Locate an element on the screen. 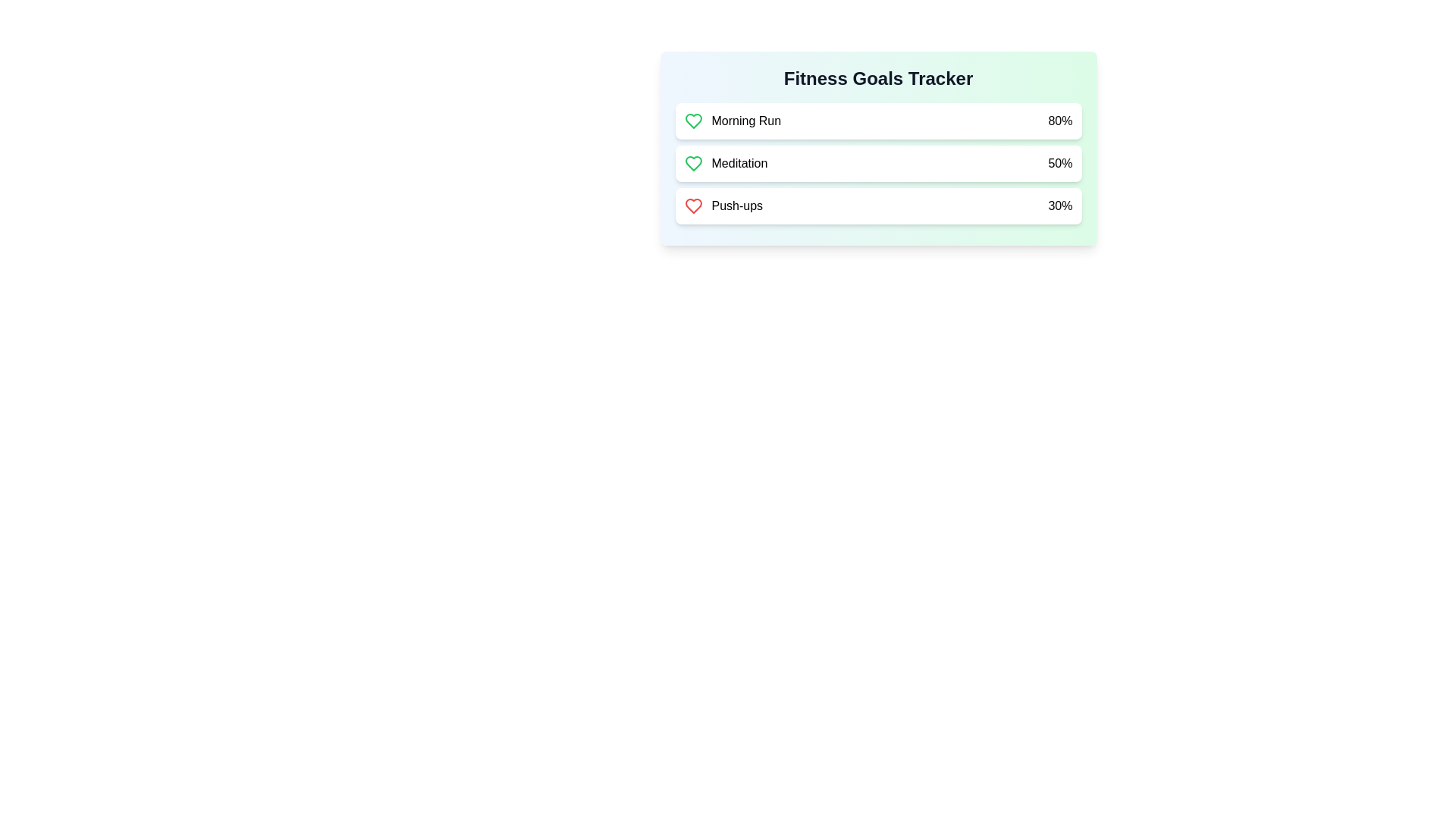 This screenshot has height=819, width=1456. the static text component that serves as the header for fitness-related activities, indicating the purpose of the content below it is located at coordinates (878, 79).